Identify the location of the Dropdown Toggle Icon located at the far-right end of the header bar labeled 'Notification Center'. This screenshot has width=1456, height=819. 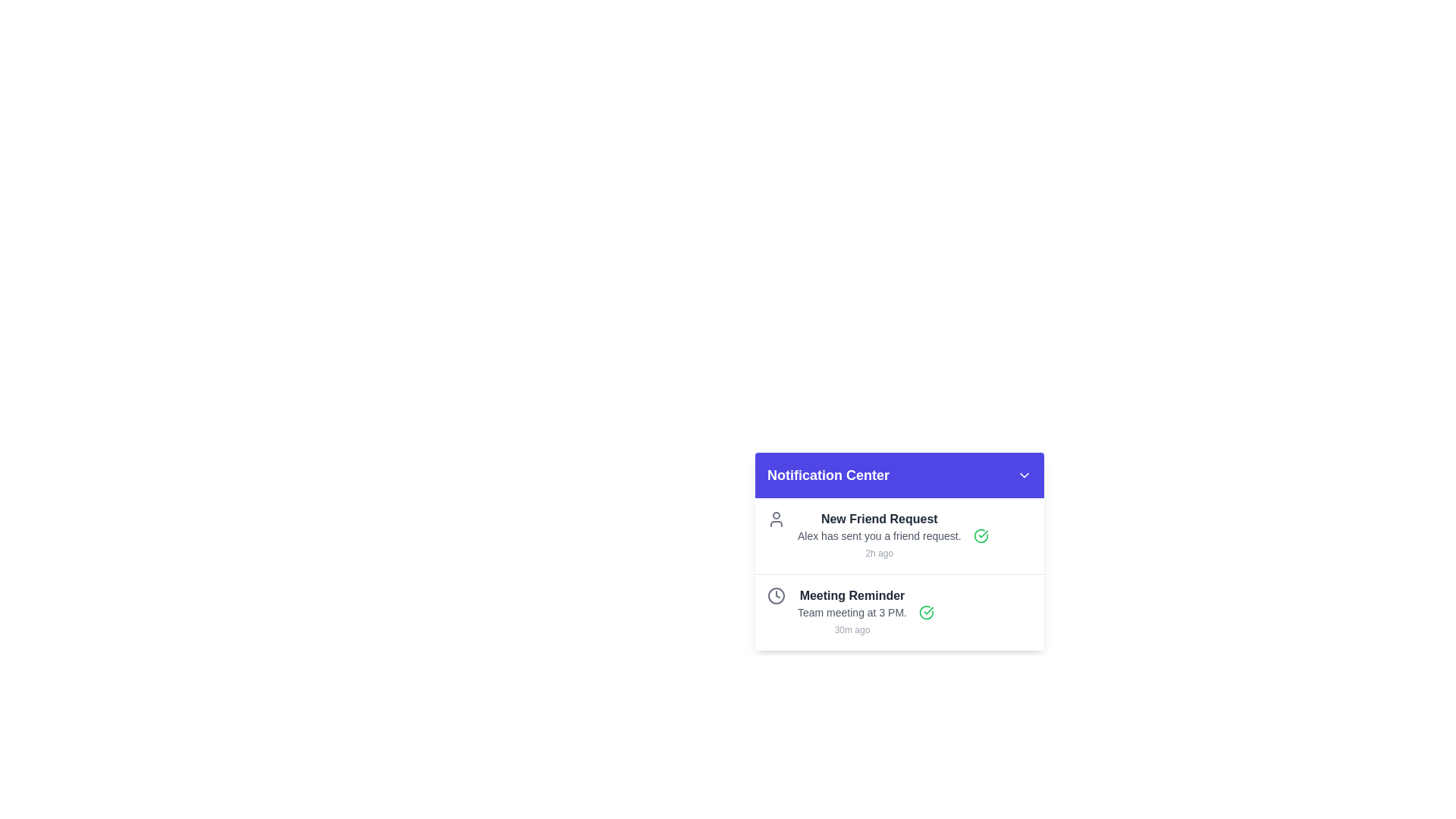
(1024, 475).